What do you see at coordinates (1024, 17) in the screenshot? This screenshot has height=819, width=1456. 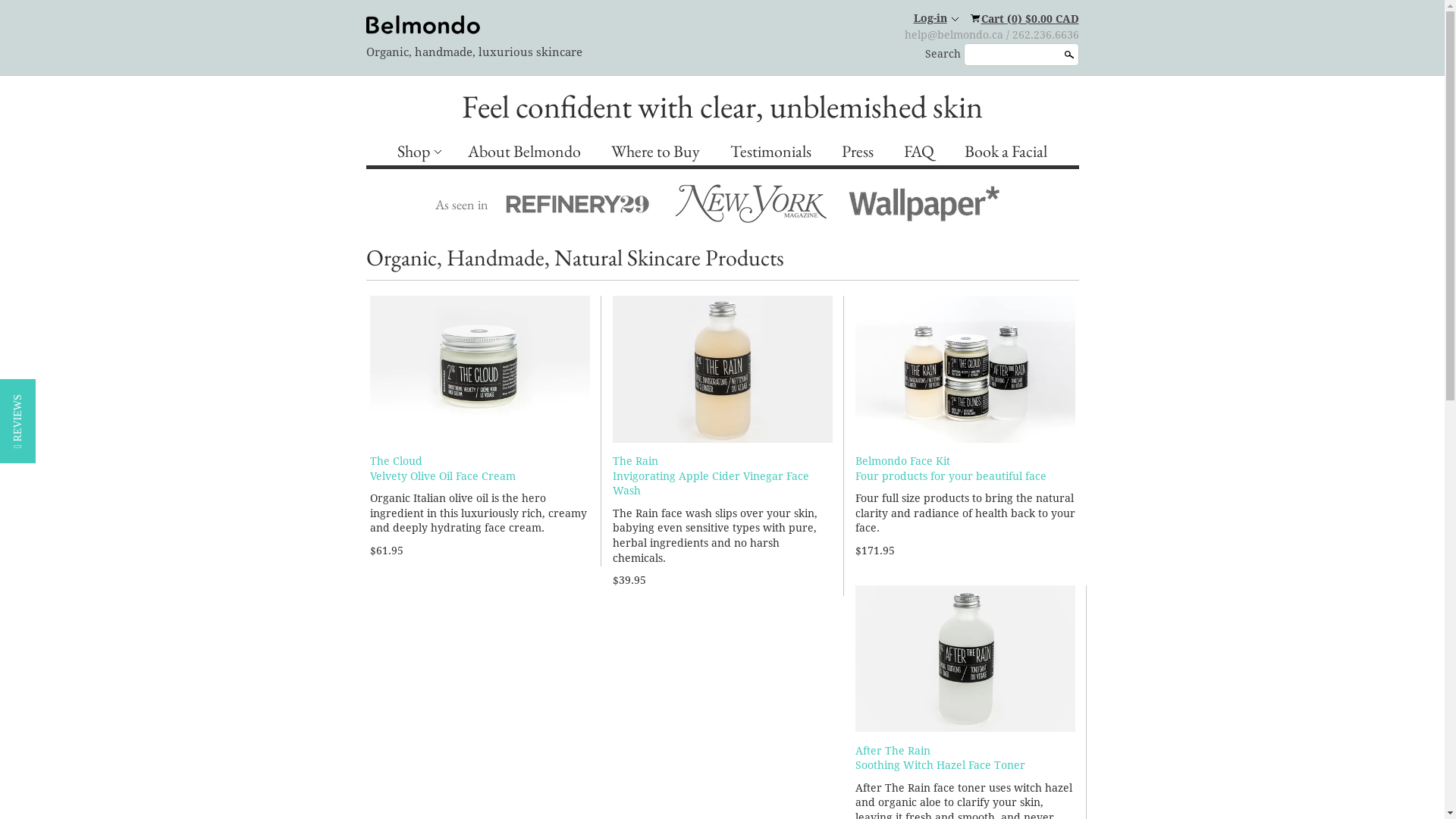 I see `'Cart (0) $0.00 CAD'` at bounding box center [1024, 17].